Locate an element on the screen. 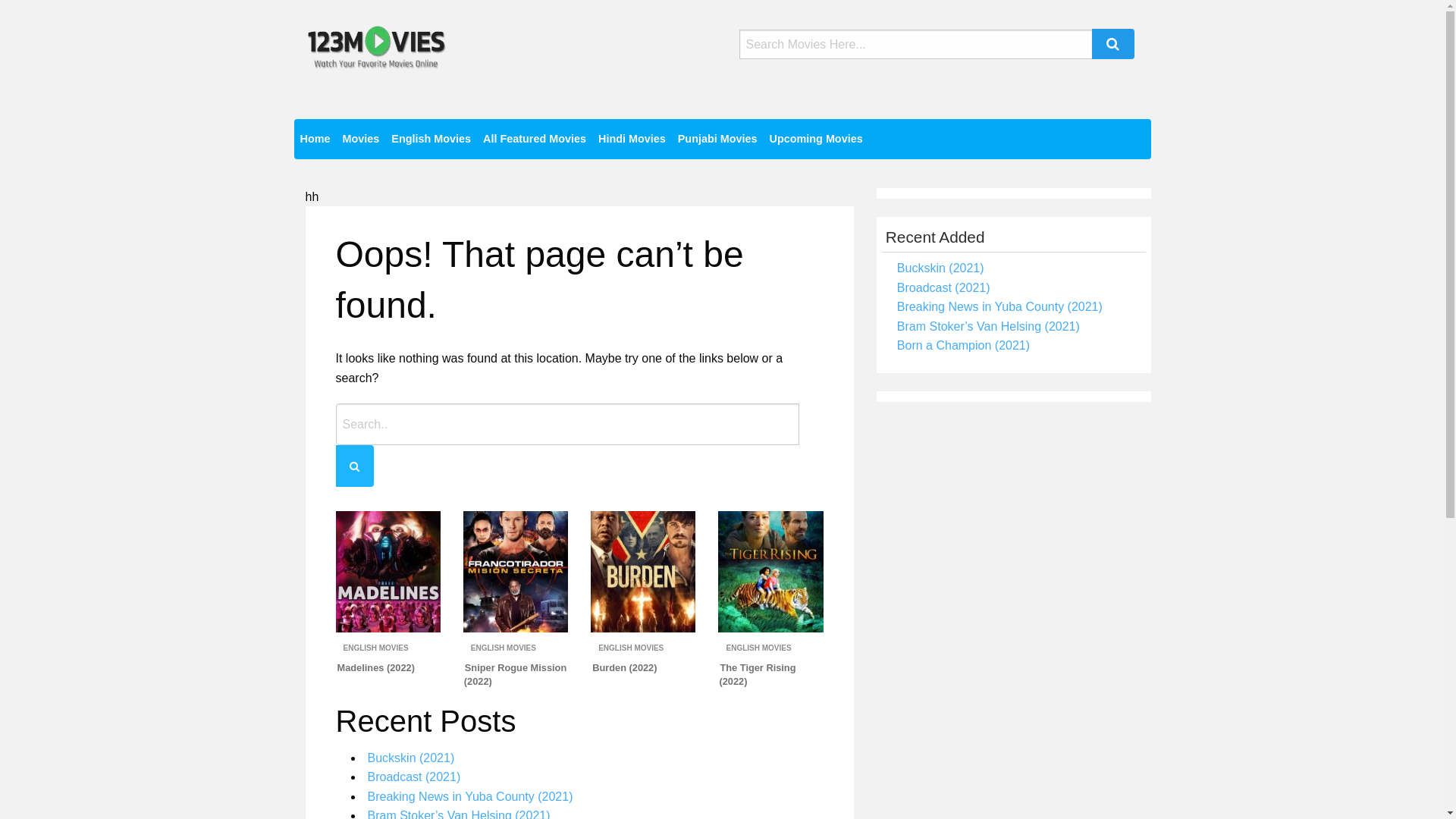  'ENGLISH MOVIES' is located at coordinates (758, 648).